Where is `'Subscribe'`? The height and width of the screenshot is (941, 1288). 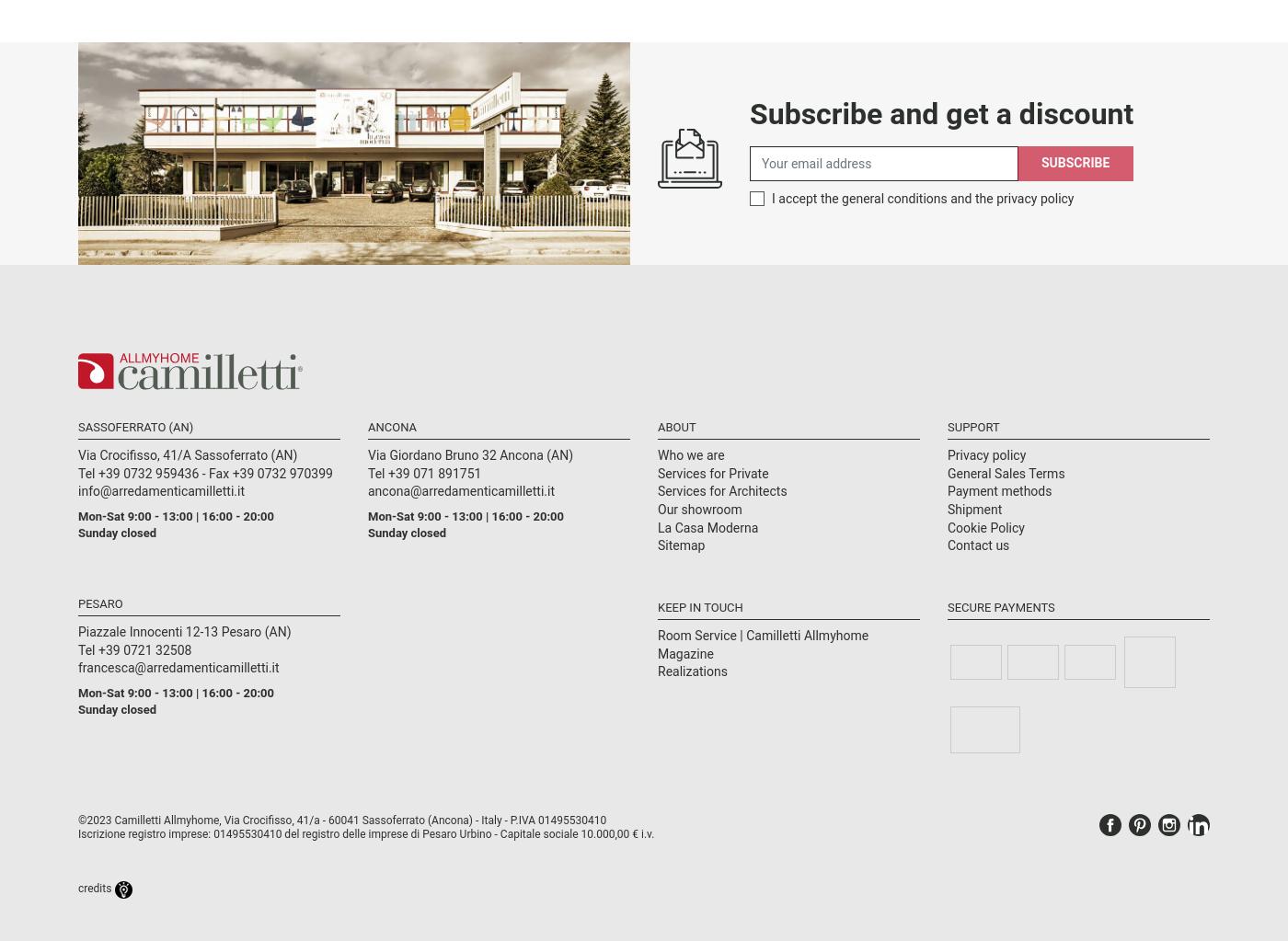
'Subscribe' is located at coordinates (1075, 162).